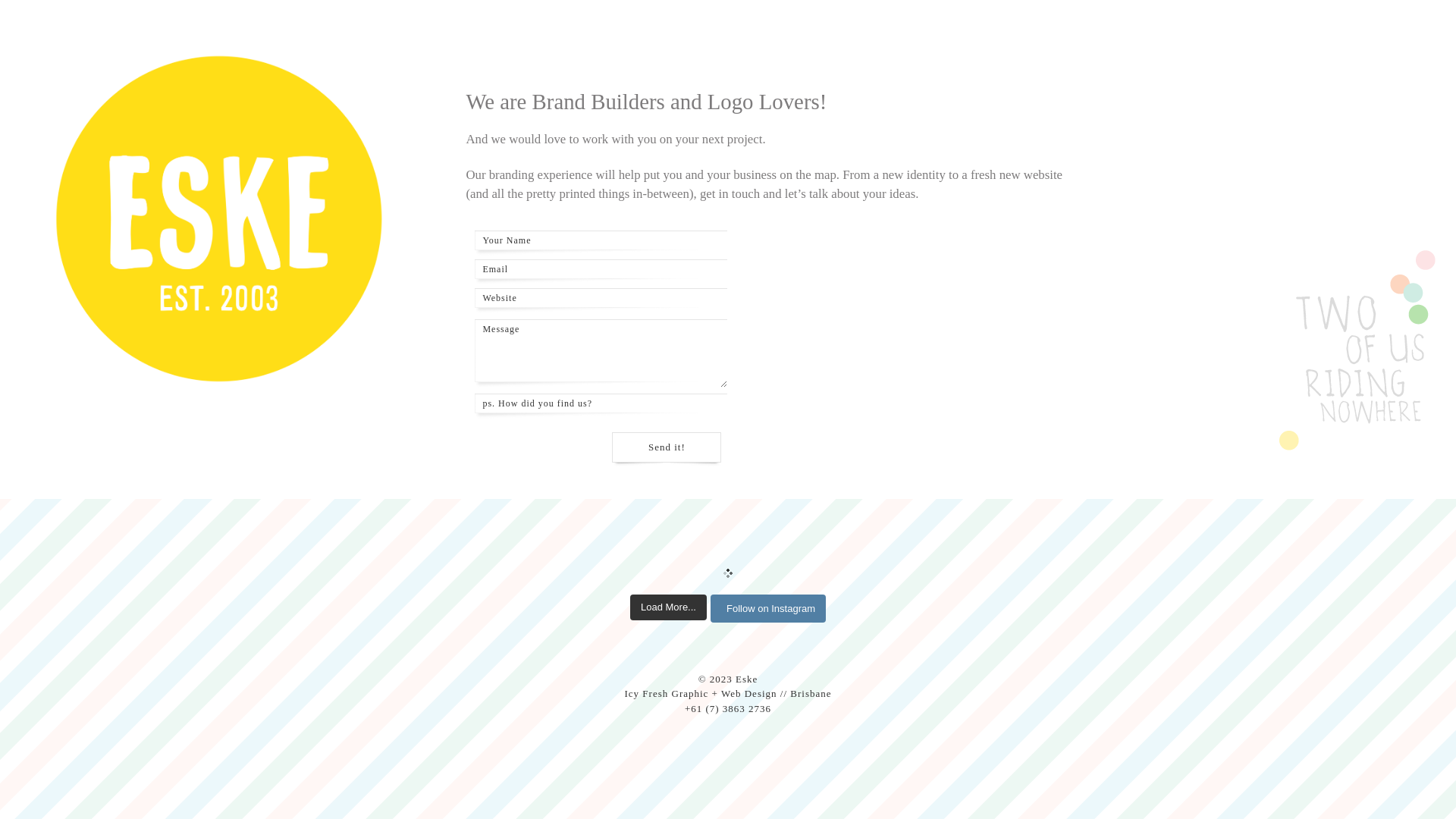 Image resolution: width=1456 pixels, height=819 pixels. Describe the element at coordinates (667, 607) in the screenshot. I see `'Load More...'` at that location.